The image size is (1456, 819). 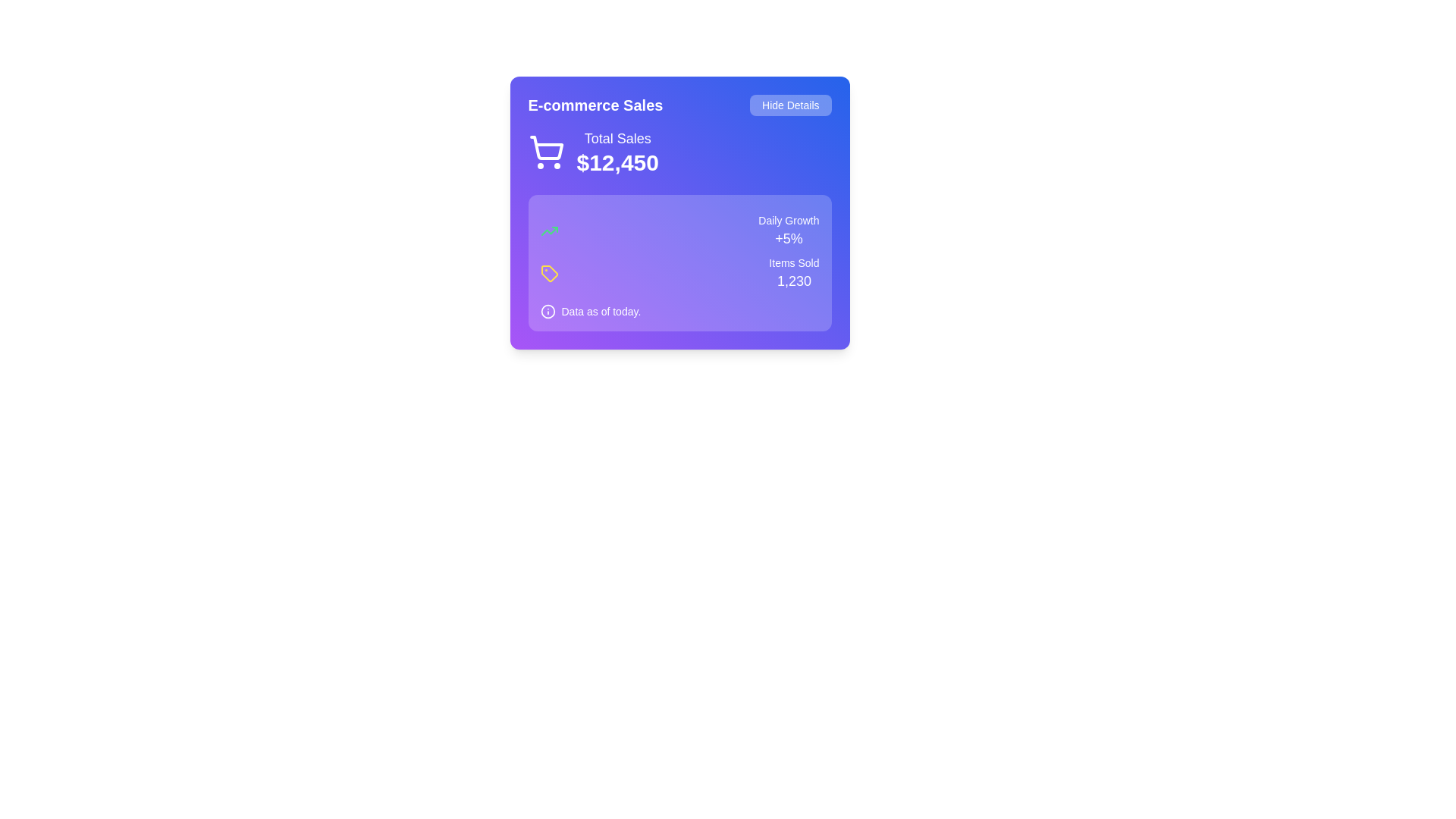 I want to click on the shopping cart icon, which is a white SVG graphic located in the 'E-commerce Sales' section, to the left of 'Total Sales' showing the amount '$12,450', so click(x=546, y=152).